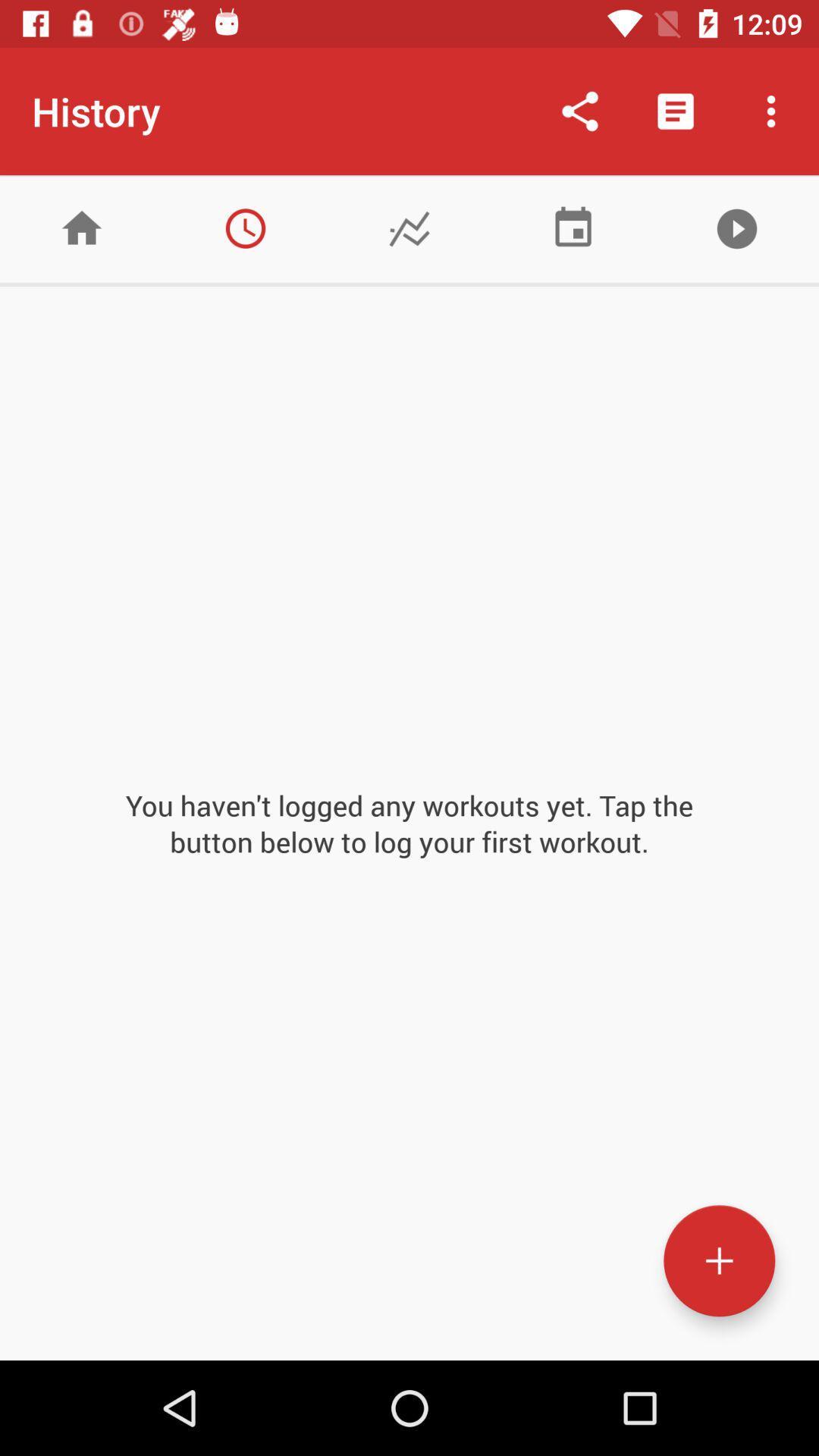  Describe the element at coordinates (736, 227) in the screenshot. I see `content` at that location.